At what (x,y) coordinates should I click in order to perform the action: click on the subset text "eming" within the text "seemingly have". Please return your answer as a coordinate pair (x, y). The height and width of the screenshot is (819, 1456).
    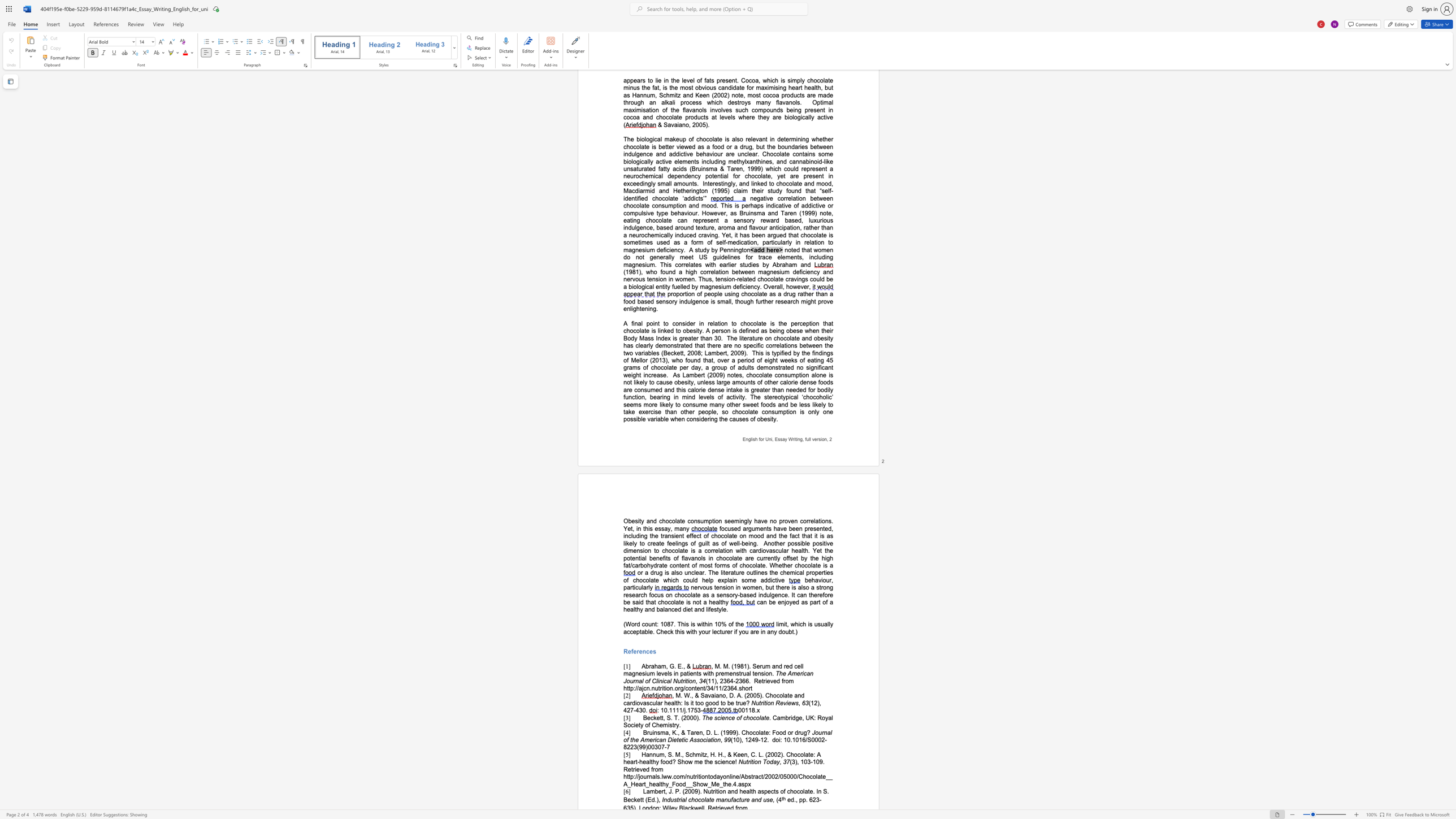
    Looking at the image, I should click on (730, 520).